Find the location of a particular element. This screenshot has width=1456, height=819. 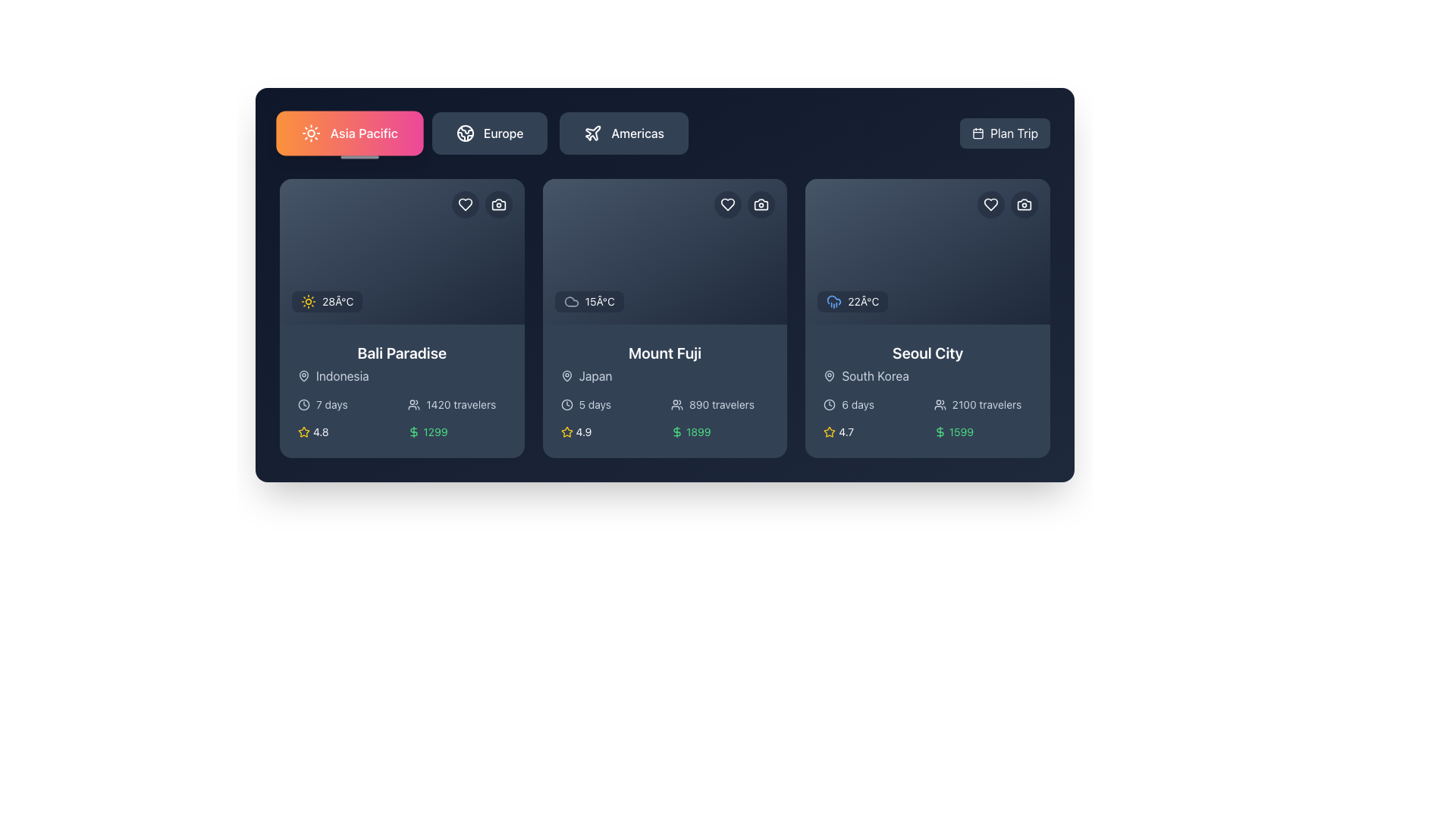

the cloud-shaped icon located in the top-right corner of the Mount Fuji information card, which serves as a visual indicator for weather-related content is located at coordinates (570, 301).